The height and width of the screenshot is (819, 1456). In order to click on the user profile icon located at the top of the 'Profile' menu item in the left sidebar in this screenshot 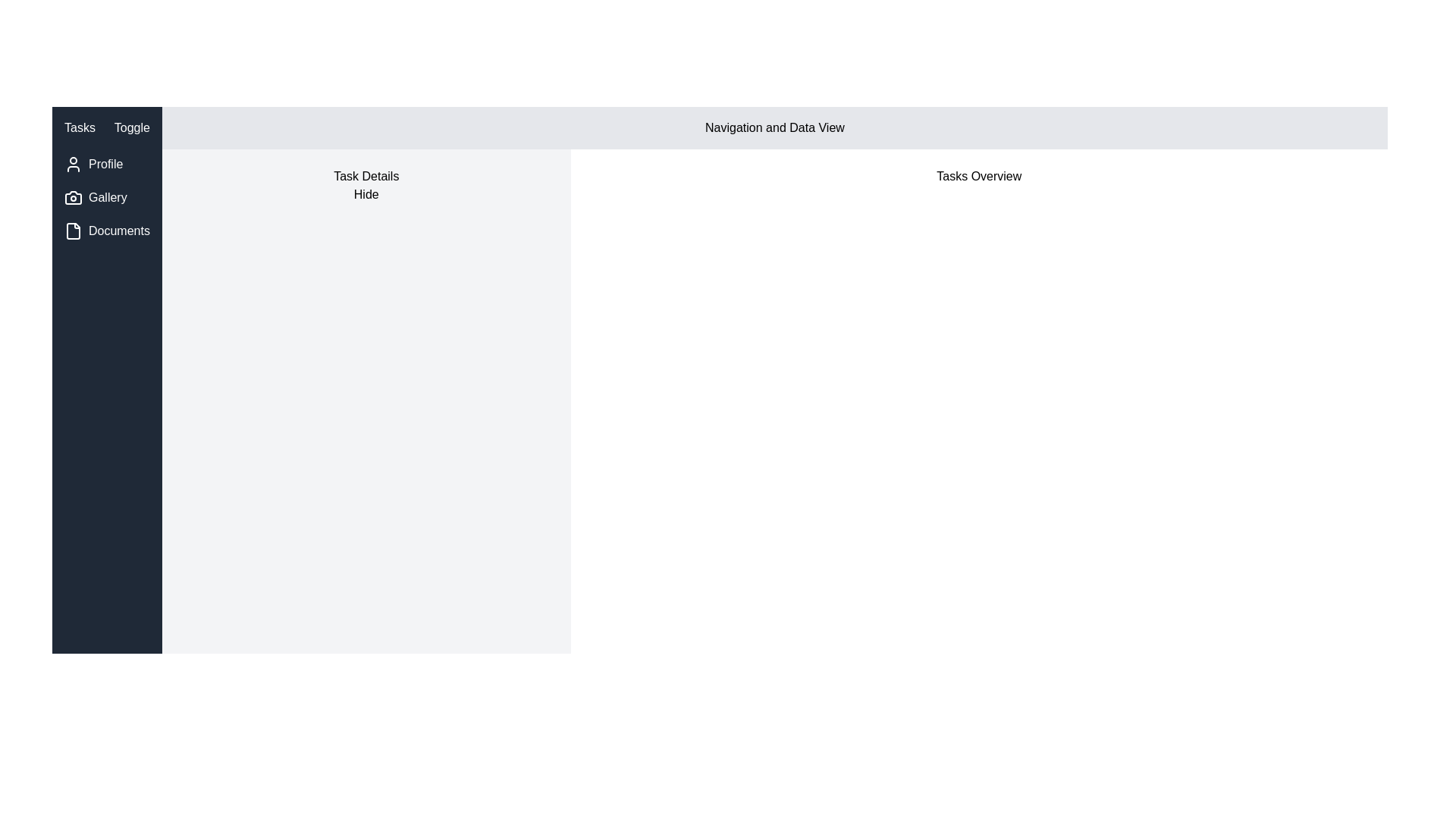, I will do `click(72, 164)`.